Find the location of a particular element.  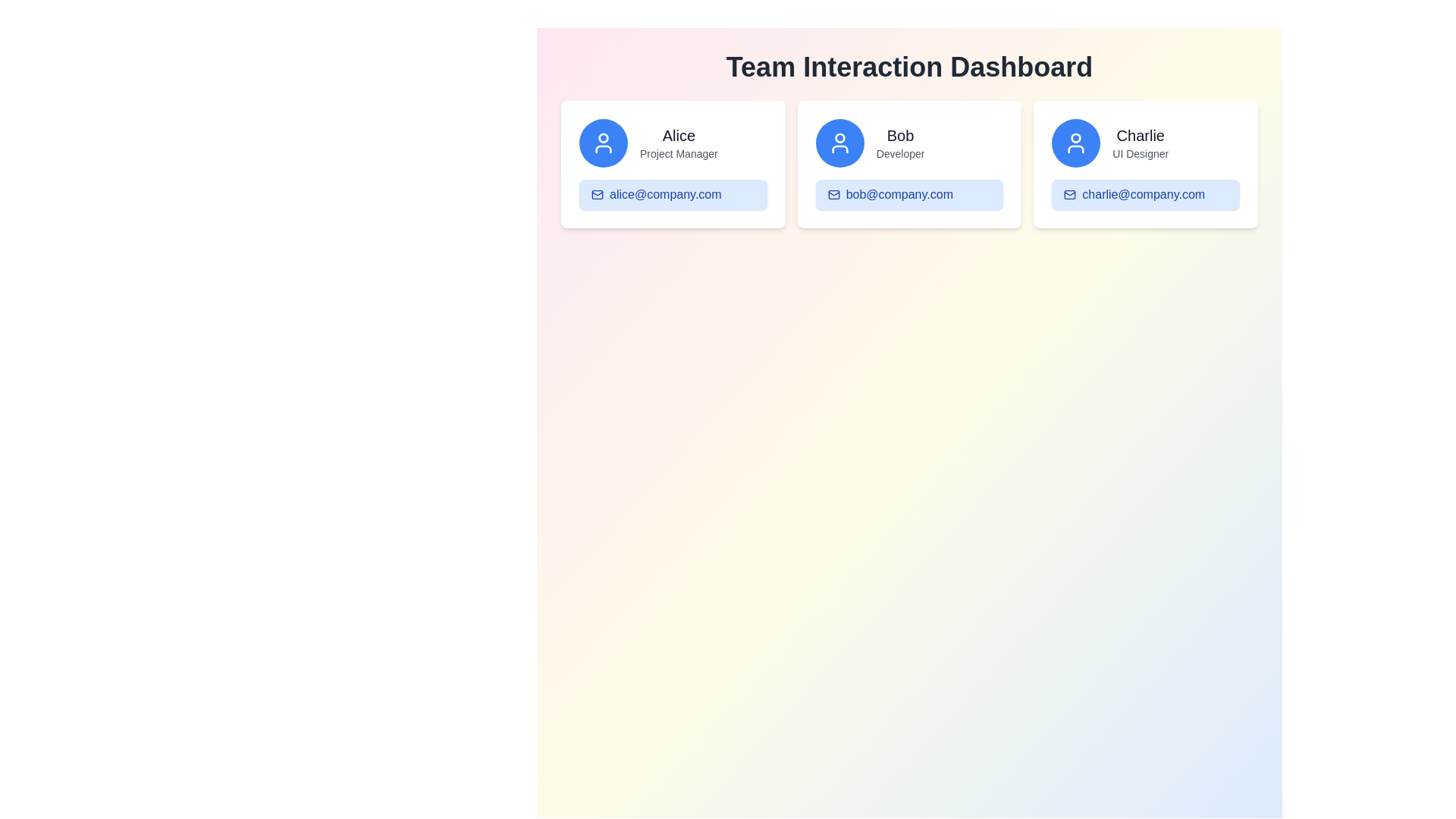

the composite informational element displaying details about the team member 'Alice' is located at coordinates (672, 143).